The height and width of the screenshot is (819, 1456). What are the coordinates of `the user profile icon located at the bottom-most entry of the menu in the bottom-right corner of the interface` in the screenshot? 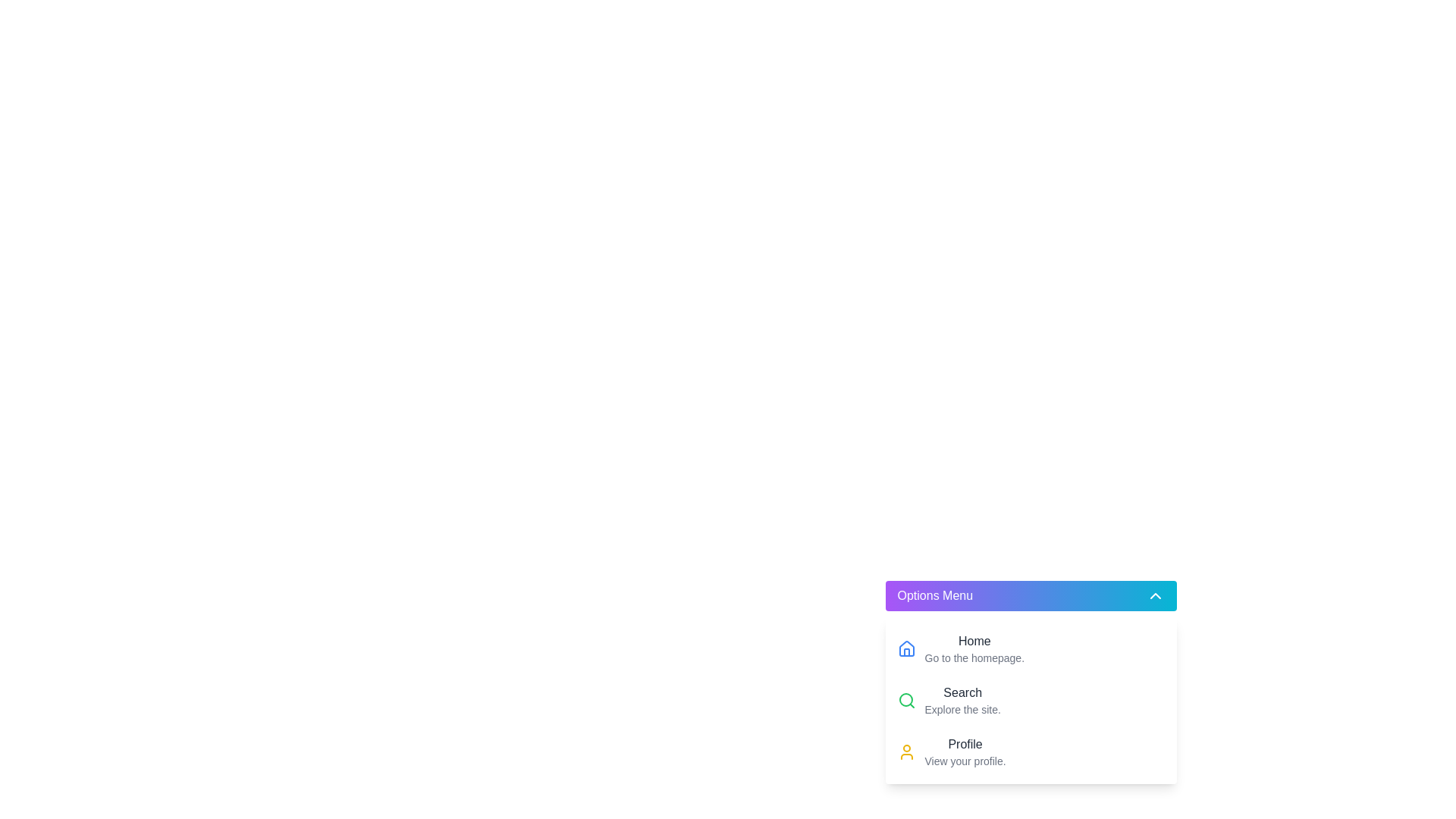 It's located at (906, 752).